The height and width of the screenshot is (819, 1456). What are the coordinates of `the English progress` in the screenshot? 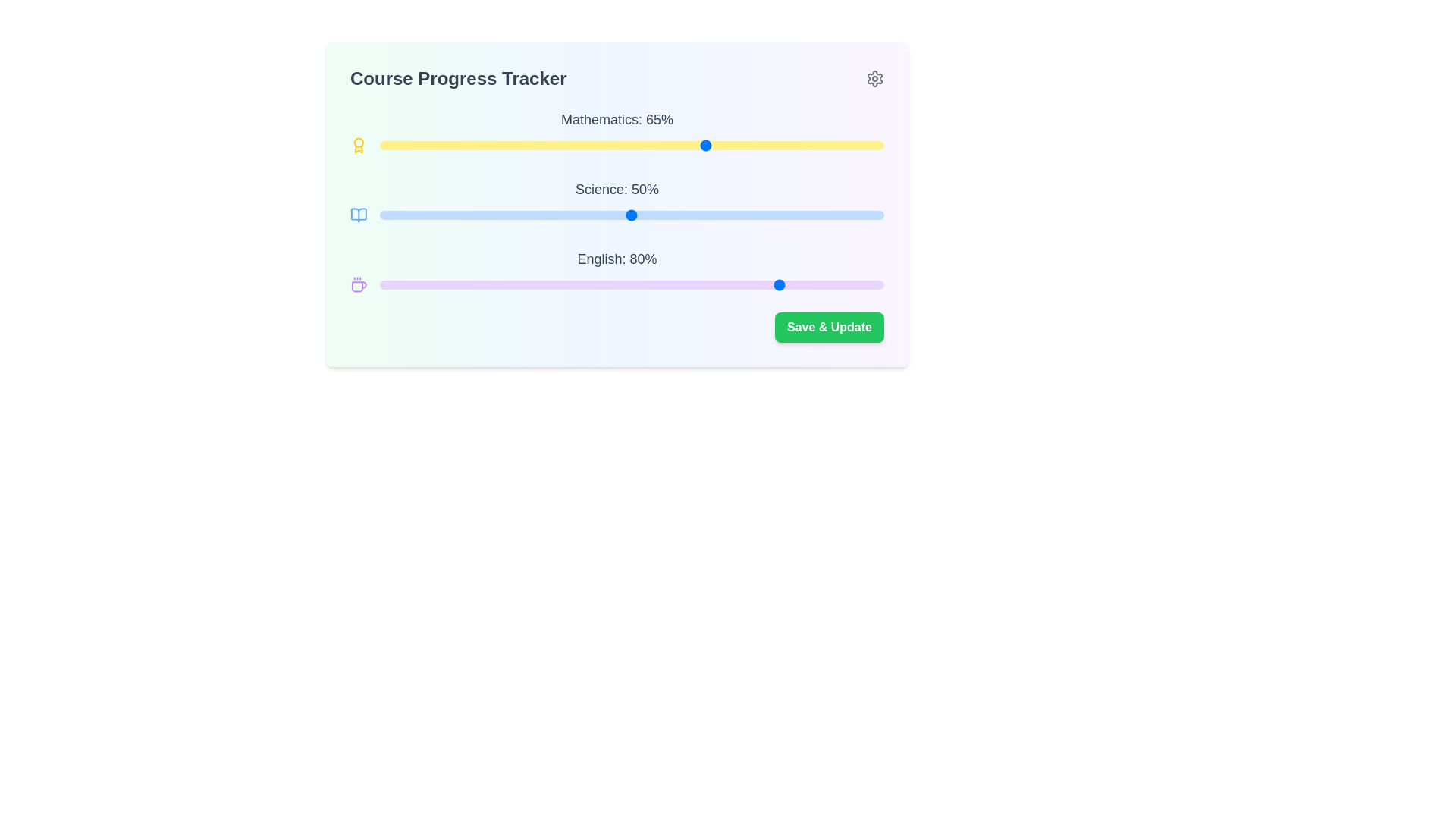 It's located at (848, 284).